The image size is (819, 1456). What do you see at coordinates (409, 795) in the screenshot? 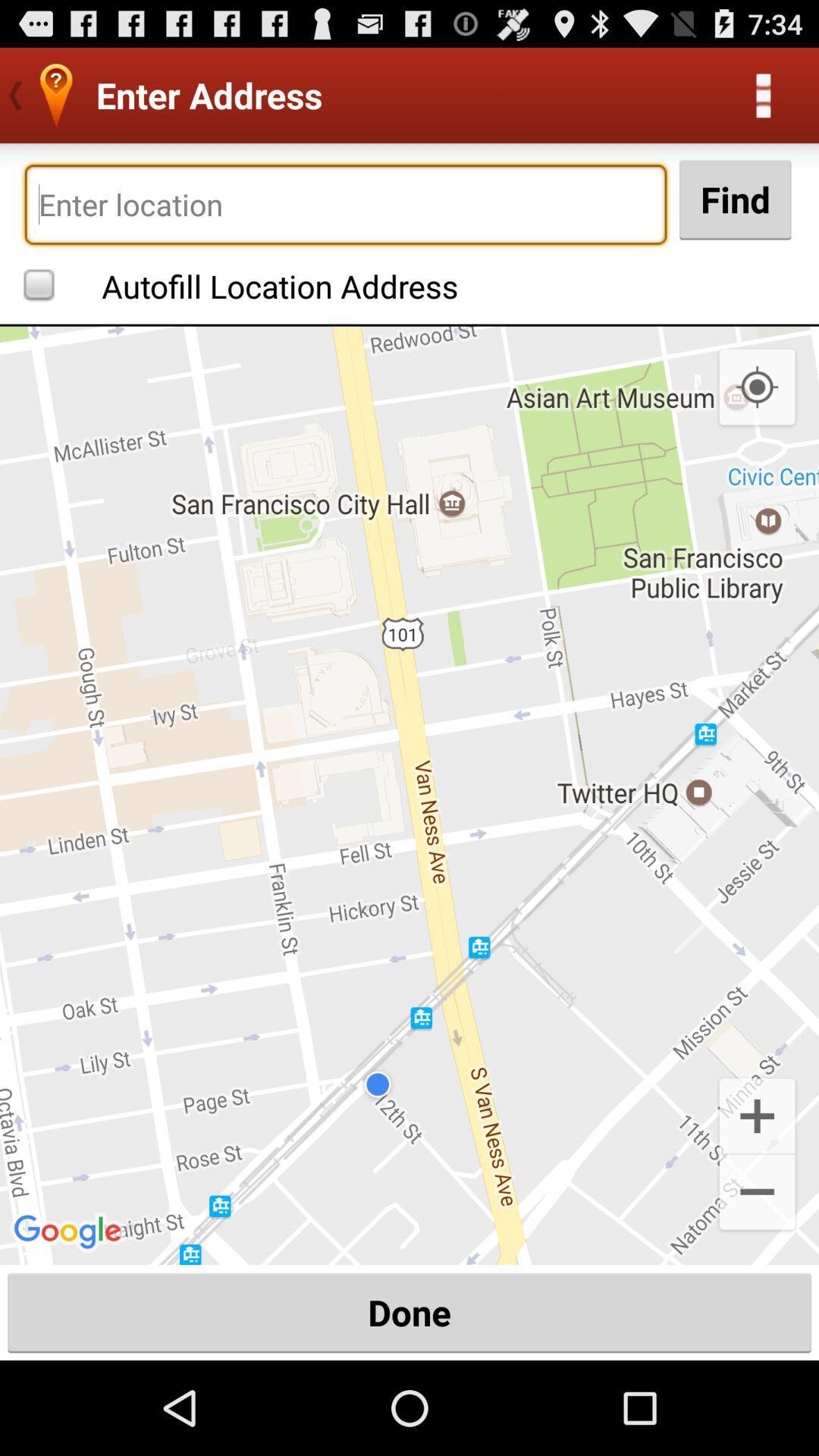
I see `icon above the done button` at bounding box center [409, 795].